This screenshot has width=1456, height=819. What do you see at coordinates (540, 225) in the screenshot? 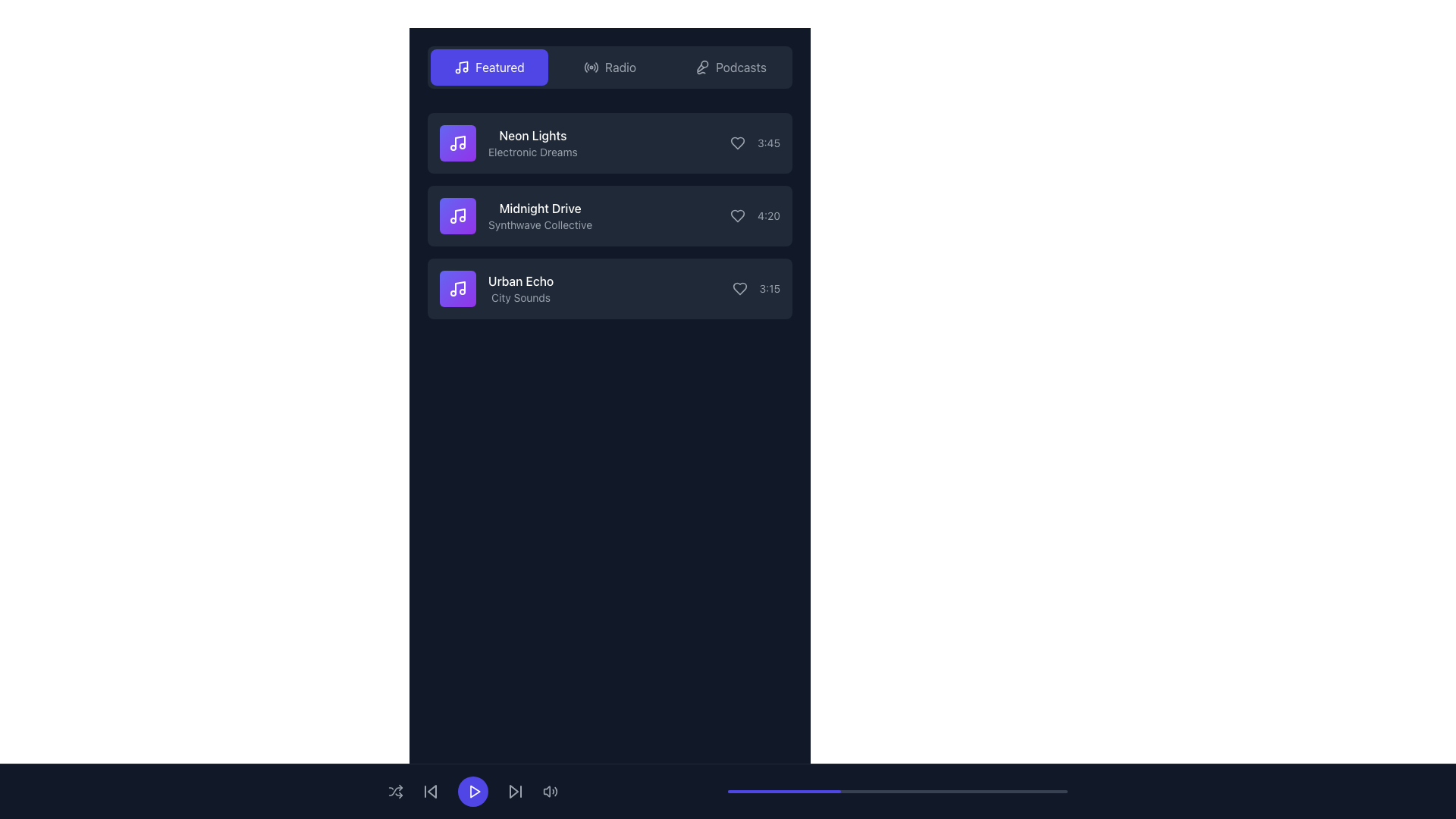
I see `the text label reading 'Synthwave Collective', which is styled in a smaller gray font and located beneath the bold white text label 'Midnight Drive'` at bounding box center [540, 225].